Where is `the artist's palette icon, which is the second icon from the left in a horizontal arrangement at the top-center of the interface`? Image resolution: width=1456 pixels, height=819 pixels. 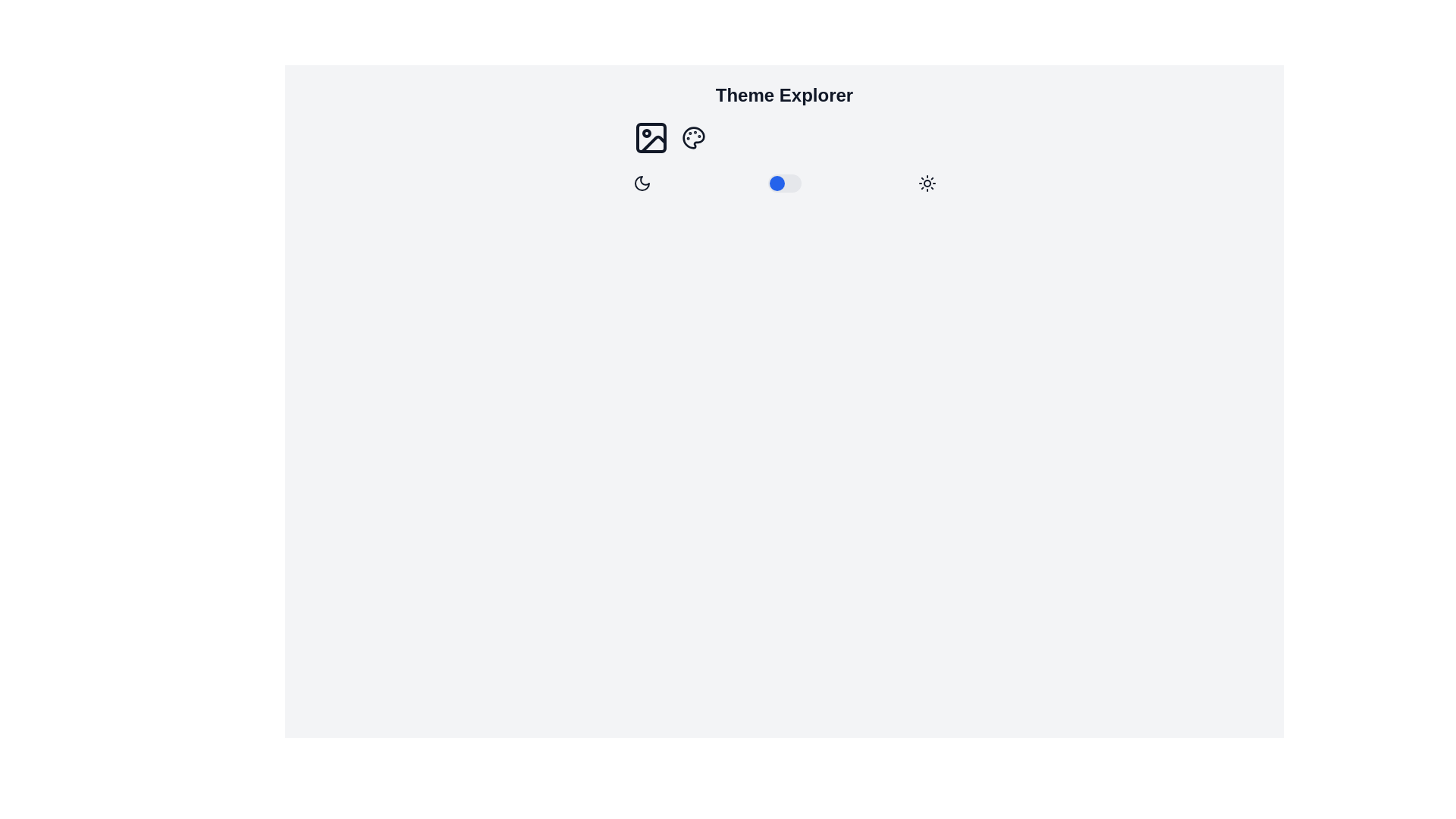
the artist's palette icon, which is the second icon from the left in a horizontal arrangement at the top-center of the interface is located at coordinates (692, 137).